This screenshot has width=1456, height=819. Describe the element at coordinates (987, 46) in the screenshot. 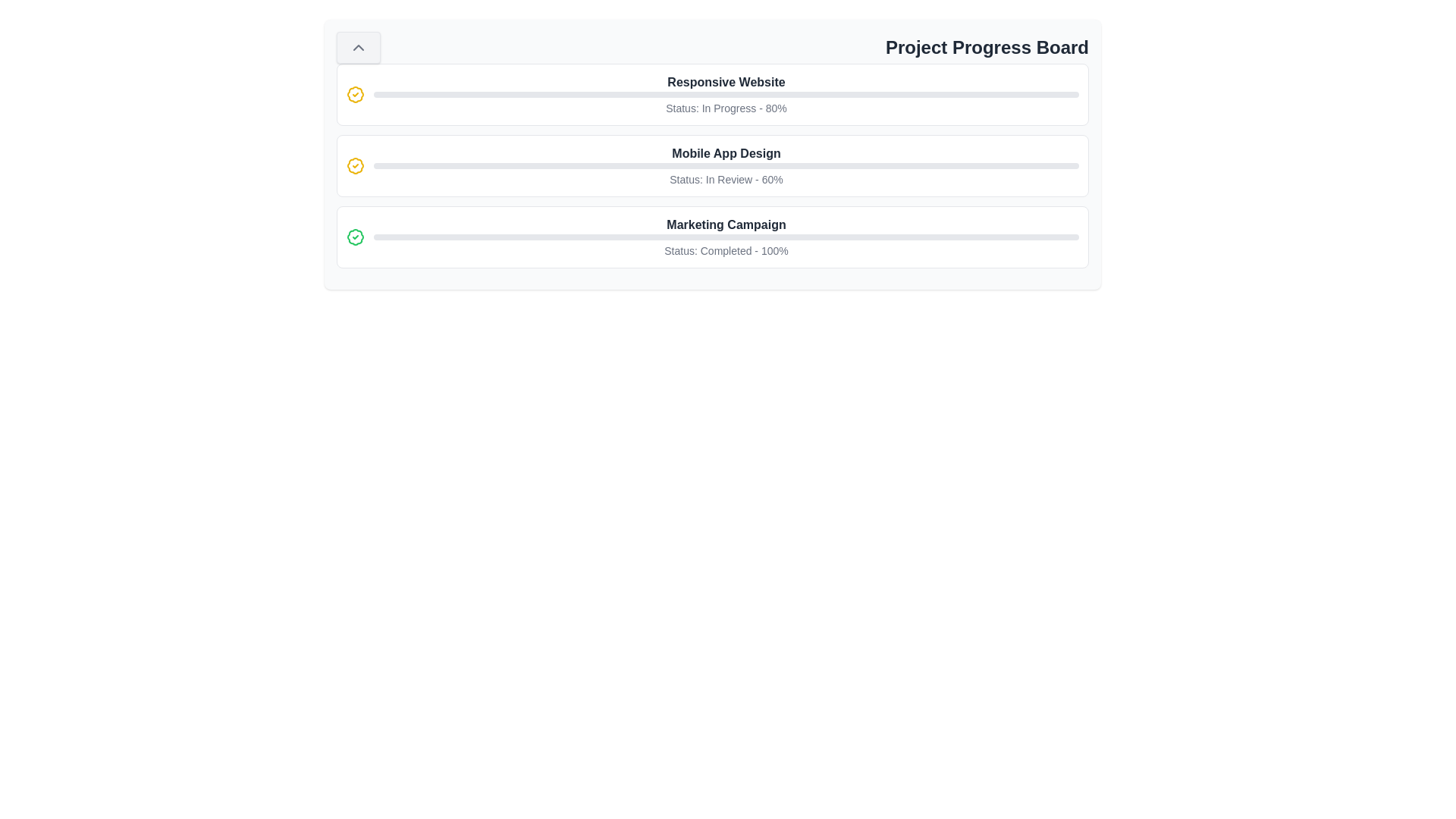

I see `the large, bold, dark-colored text label reading 'Project Progress Board' located in the upper-right section of the interface` at that location.